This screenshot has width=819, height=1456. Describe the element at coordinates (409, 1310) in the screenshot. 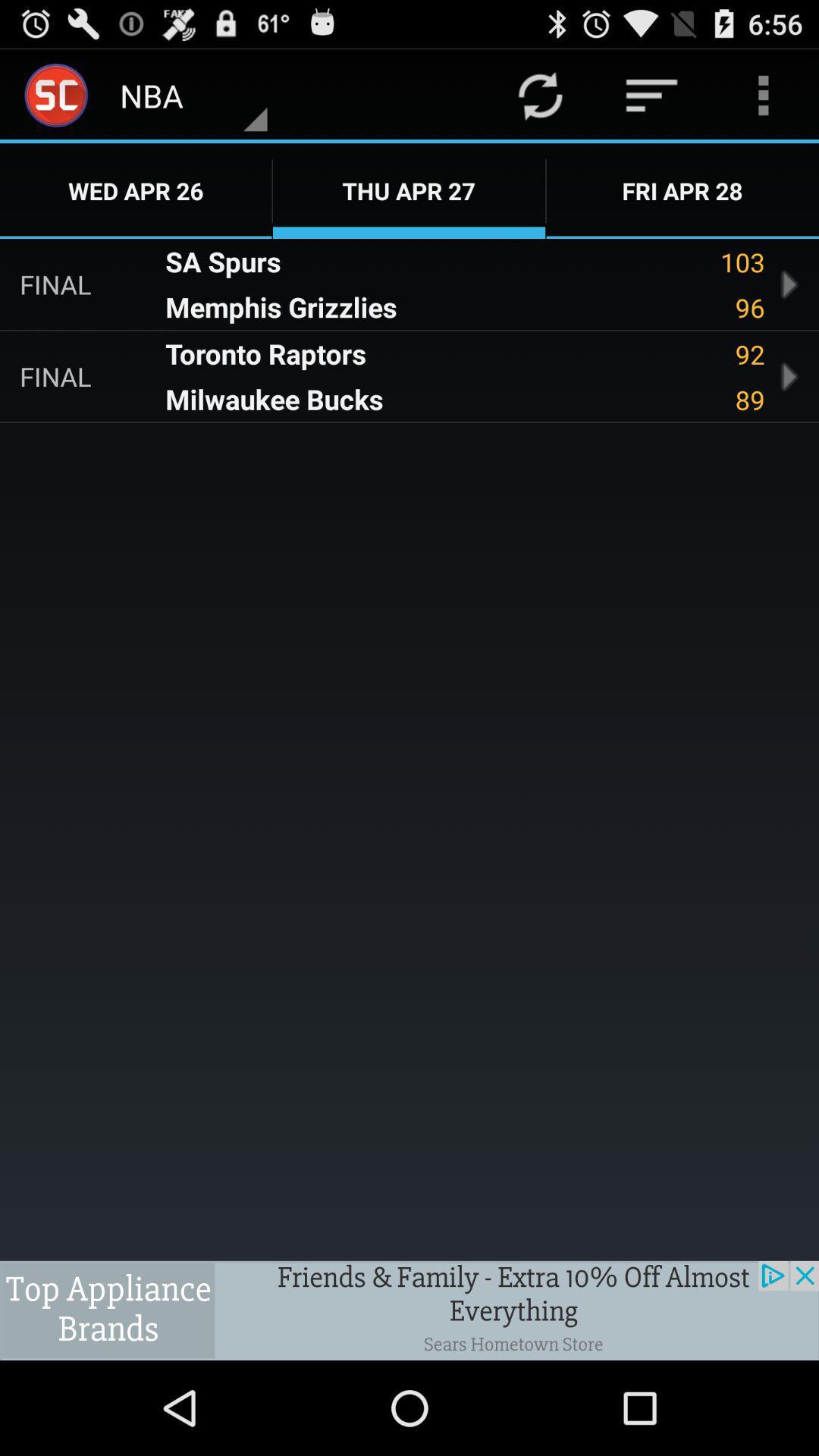

I see `advertisement` at that location.